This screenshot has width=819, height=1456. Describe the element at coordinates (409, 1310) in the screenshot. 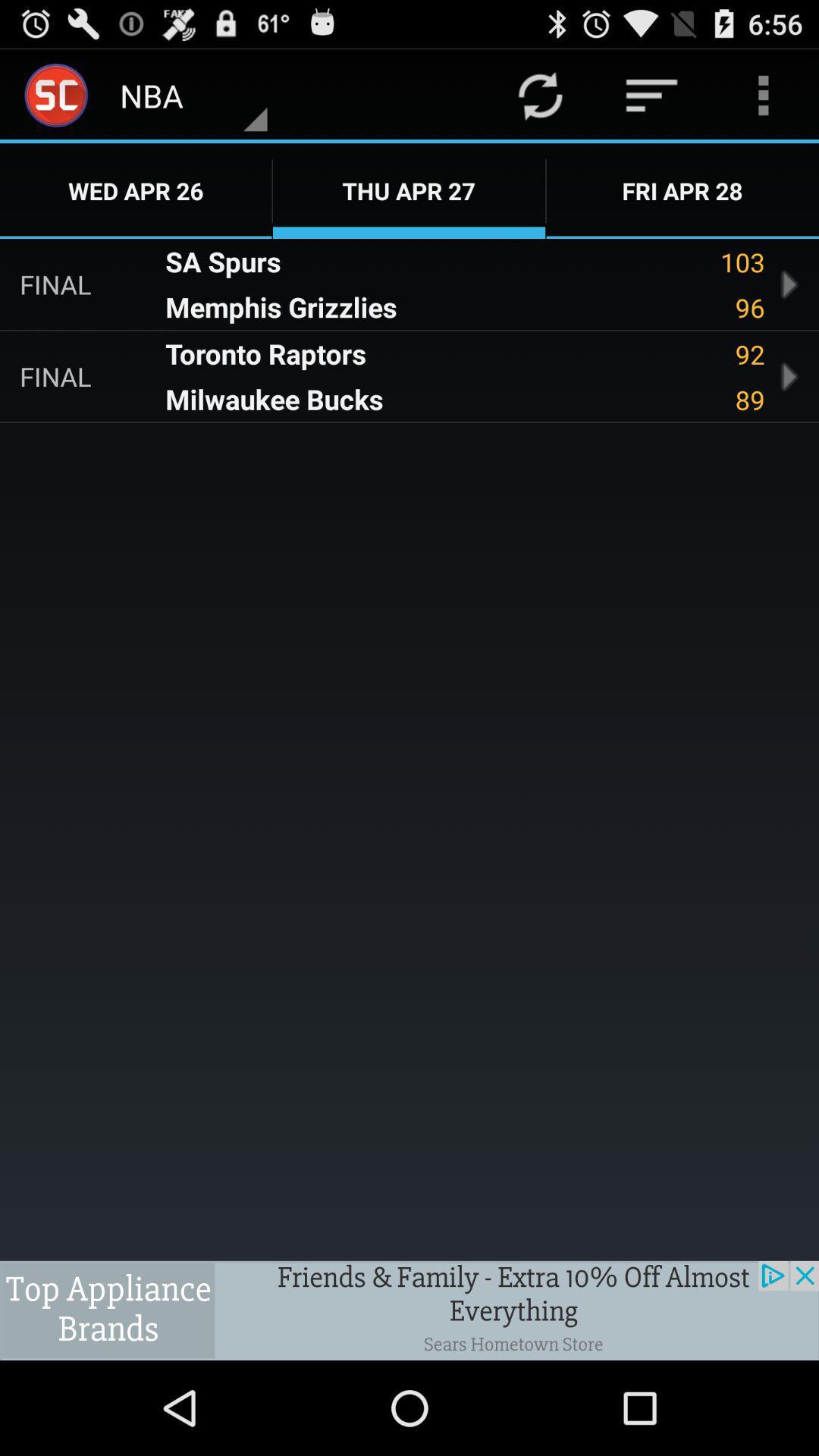

I see `advertisement` at that location.